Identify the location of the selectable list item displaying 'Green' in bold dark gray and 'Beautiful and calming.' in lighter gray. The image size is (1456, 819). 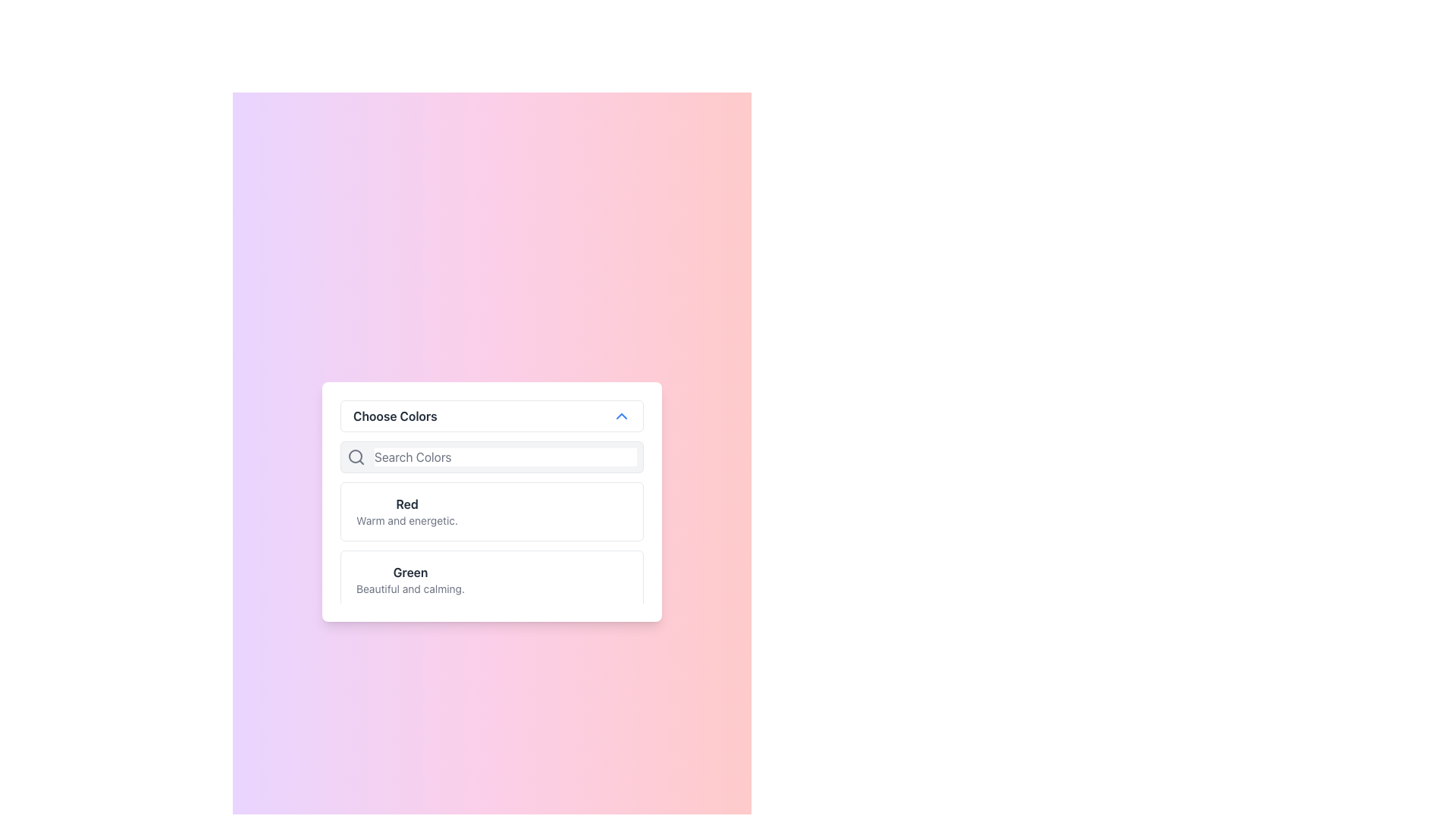
(410, 579).